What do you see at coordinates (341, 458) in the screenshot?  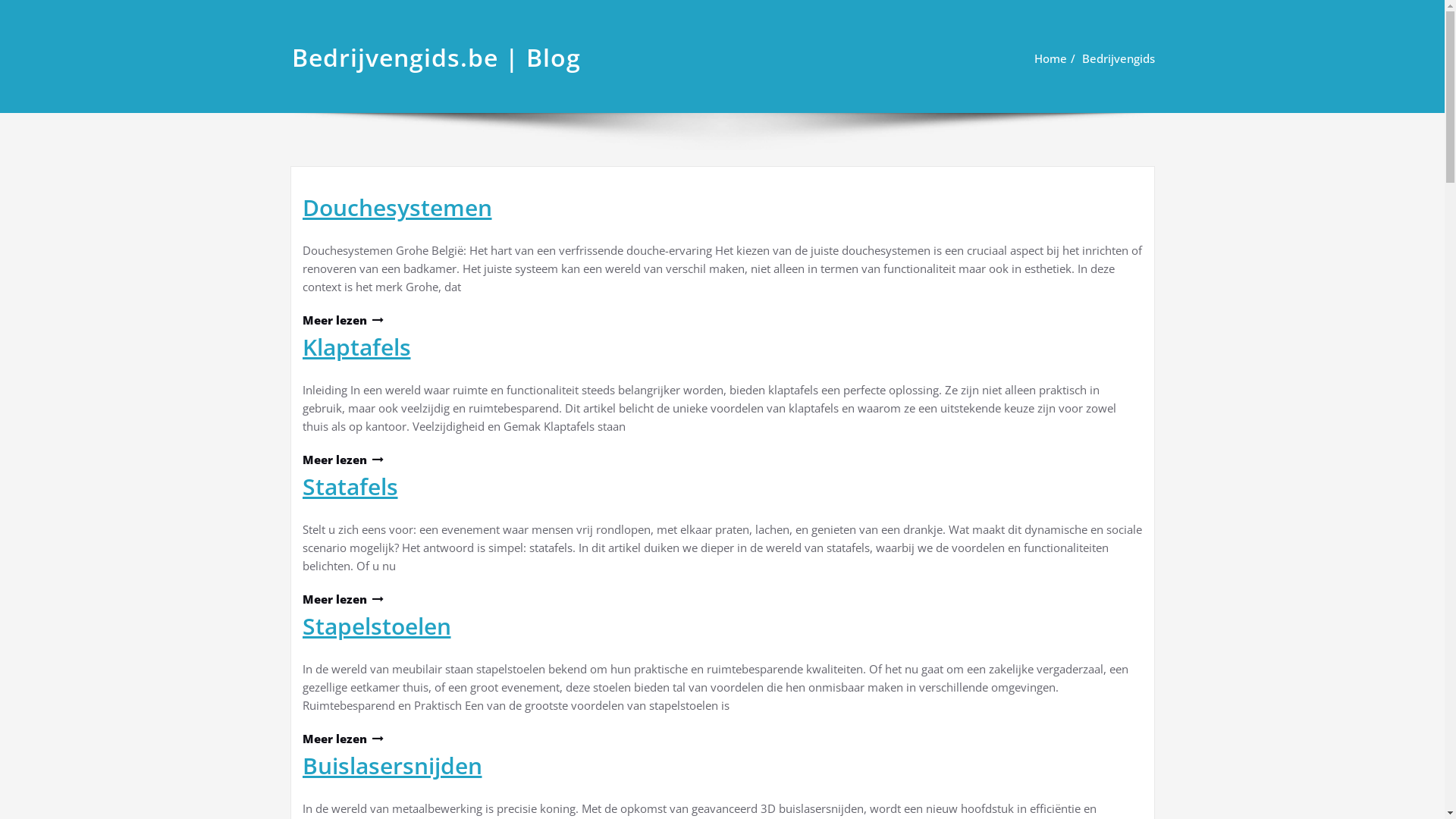 I see `'Meer lezen'` at bounding box center [341, 458].